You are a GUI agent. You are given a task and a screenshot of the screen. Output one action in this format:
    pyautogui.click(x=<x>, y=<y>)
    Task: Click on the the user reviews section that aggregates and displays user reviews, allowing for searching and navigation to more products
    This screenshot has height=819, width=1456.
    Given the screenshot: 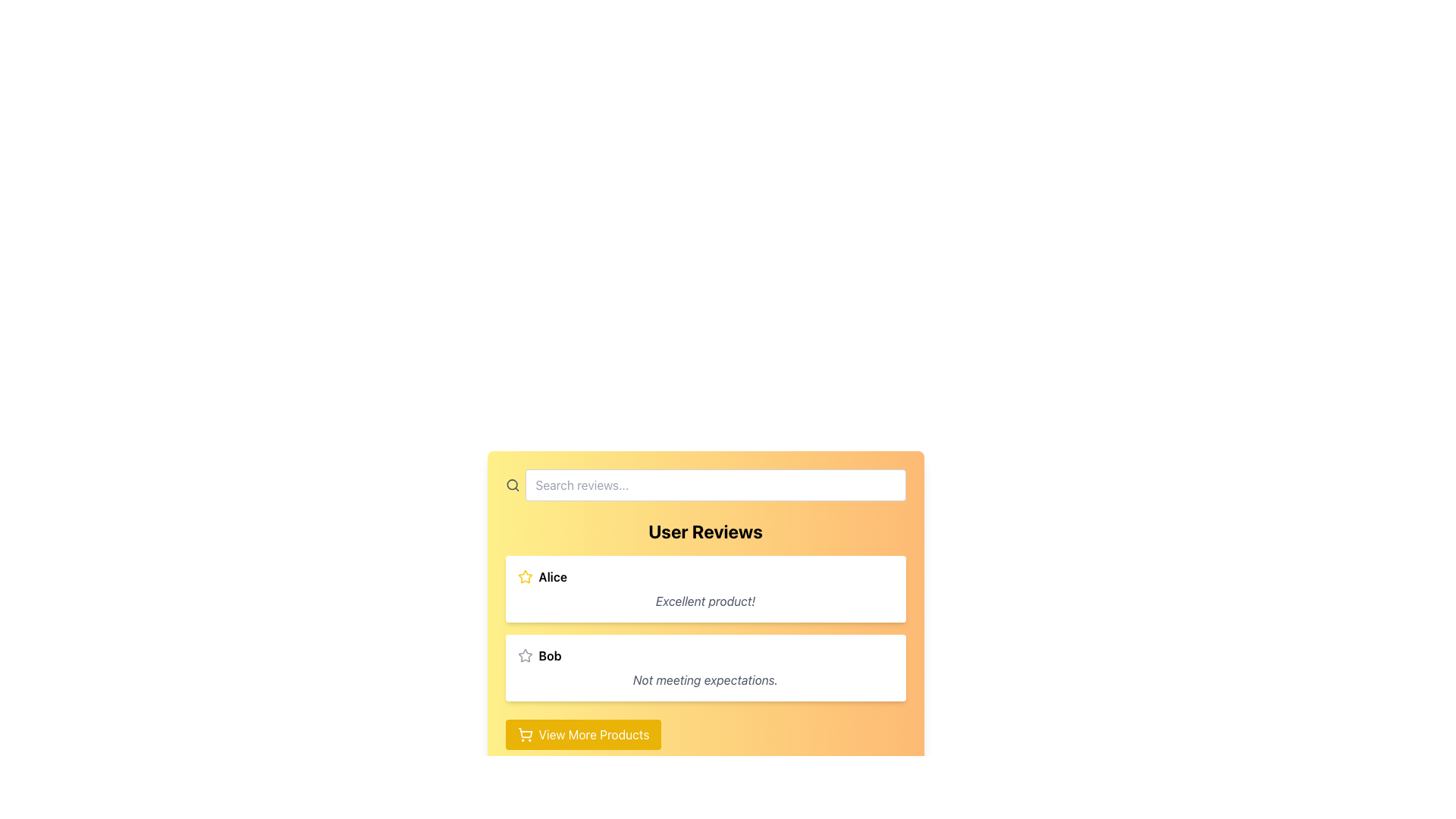 What is the action you would take?
    pyautogui.click(x=704, y=608)
    